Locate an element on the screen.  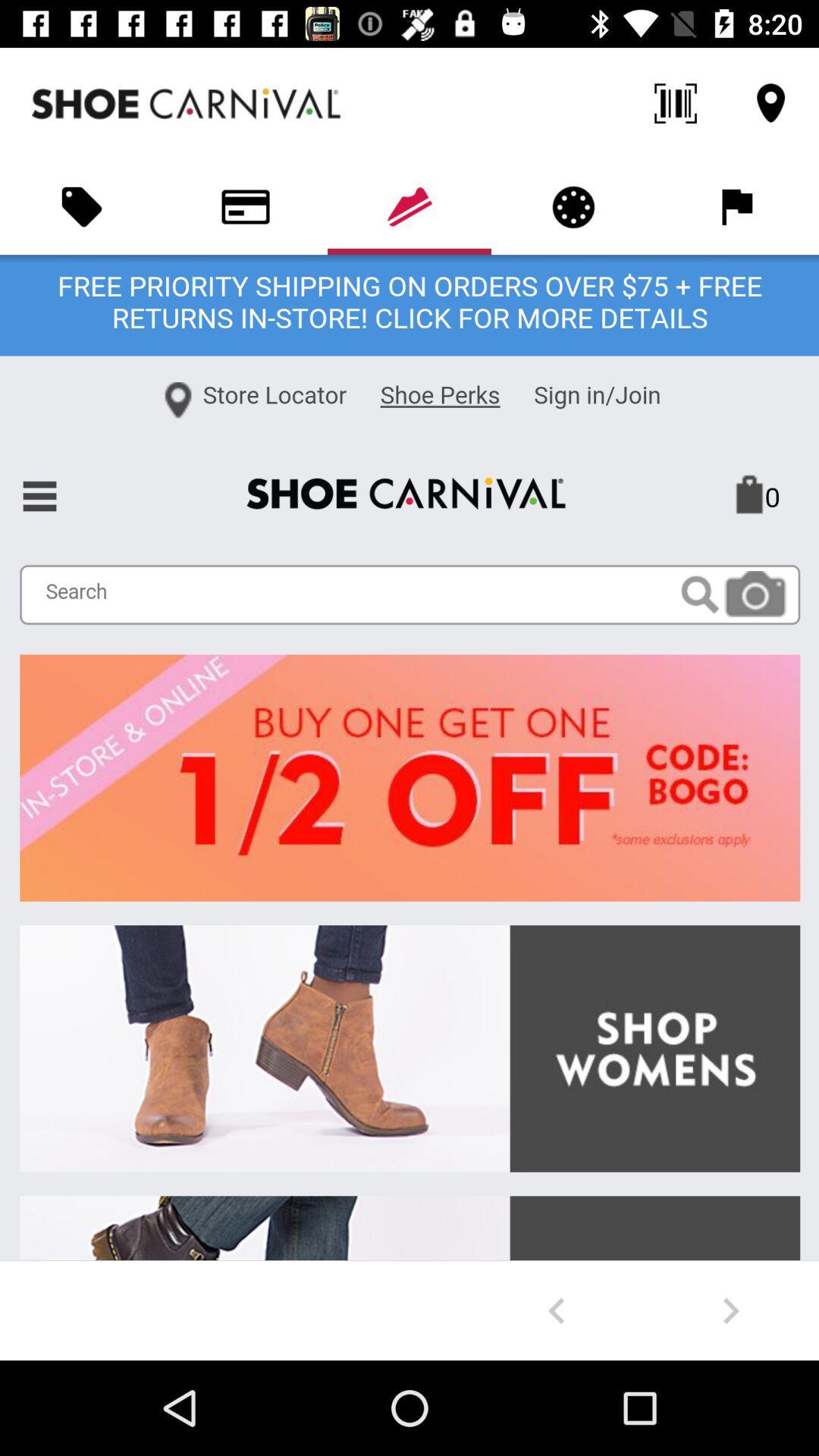
the arrow_backward icon is located at coordinates (556, 1310).